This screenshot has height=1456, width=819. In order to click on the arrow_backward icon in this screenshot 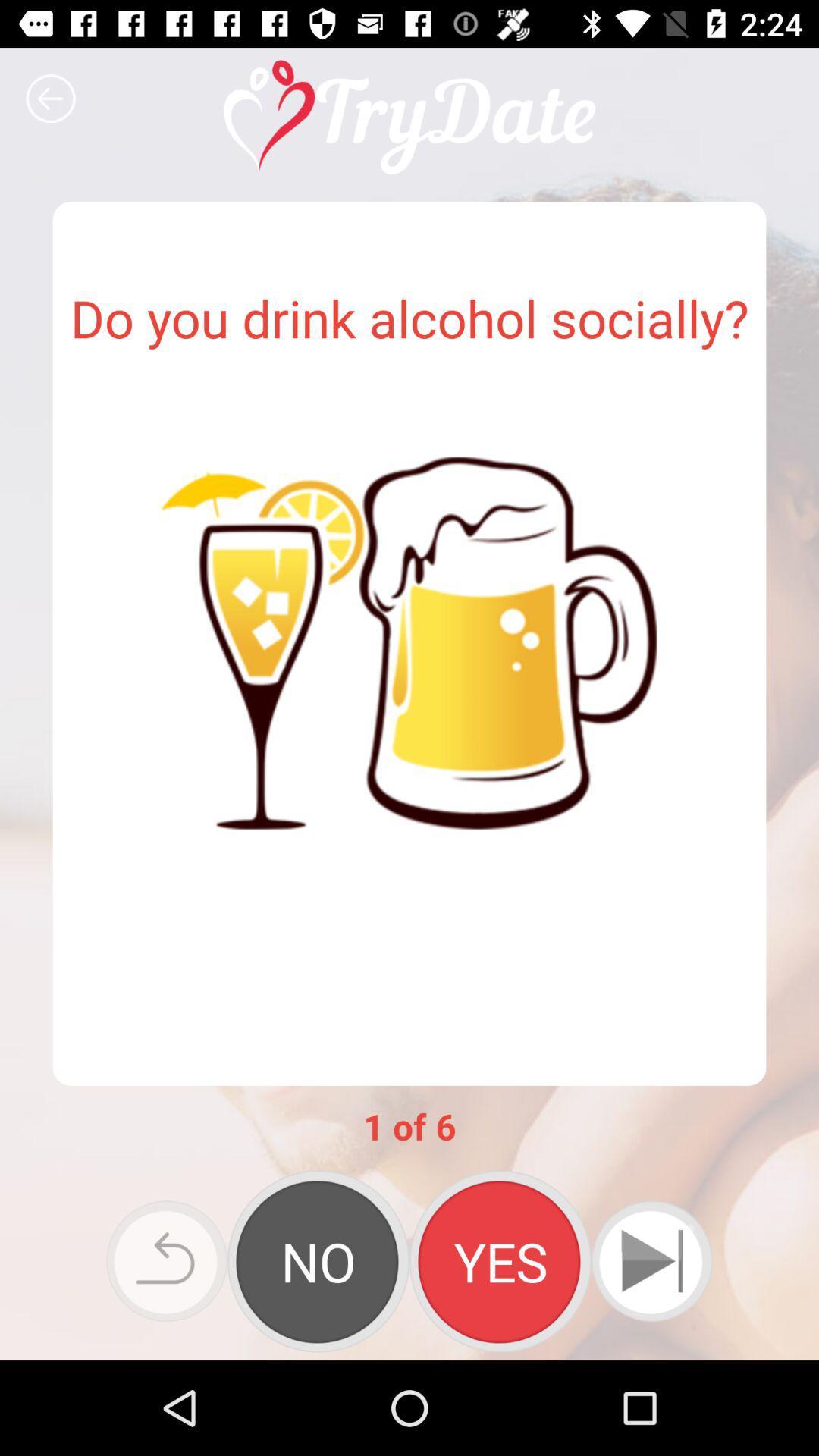, I will do `click(50, 98)`.